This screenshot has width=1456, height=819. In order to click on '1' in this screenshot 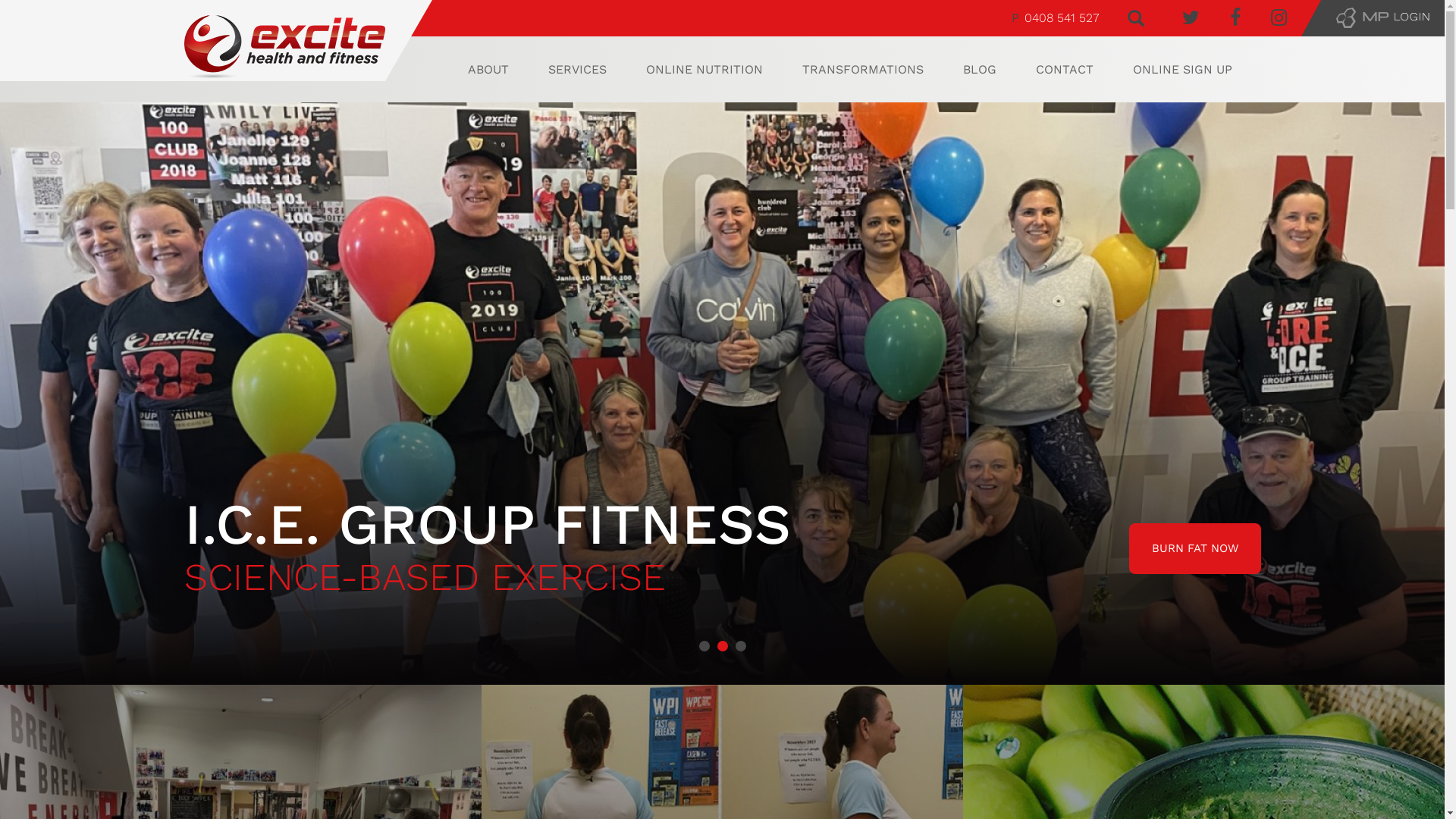, I will do `click(698, 646)`.